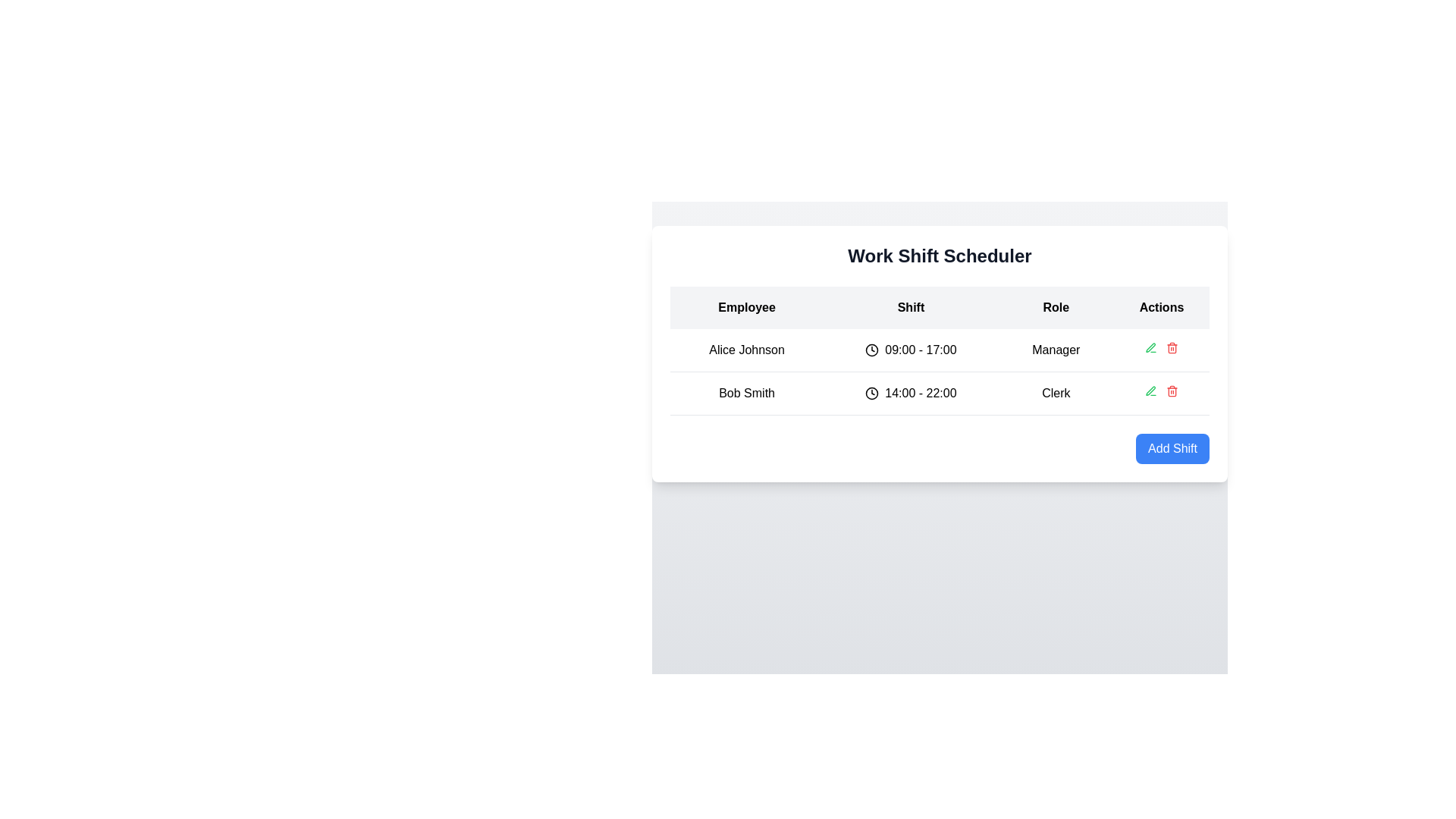  What do you see at coordinates (1150, 391) in the screenshot?
I see `the edit icon button in the Actions column for Alice Johnson's work shift entry` at bounding box center [1150, 391].